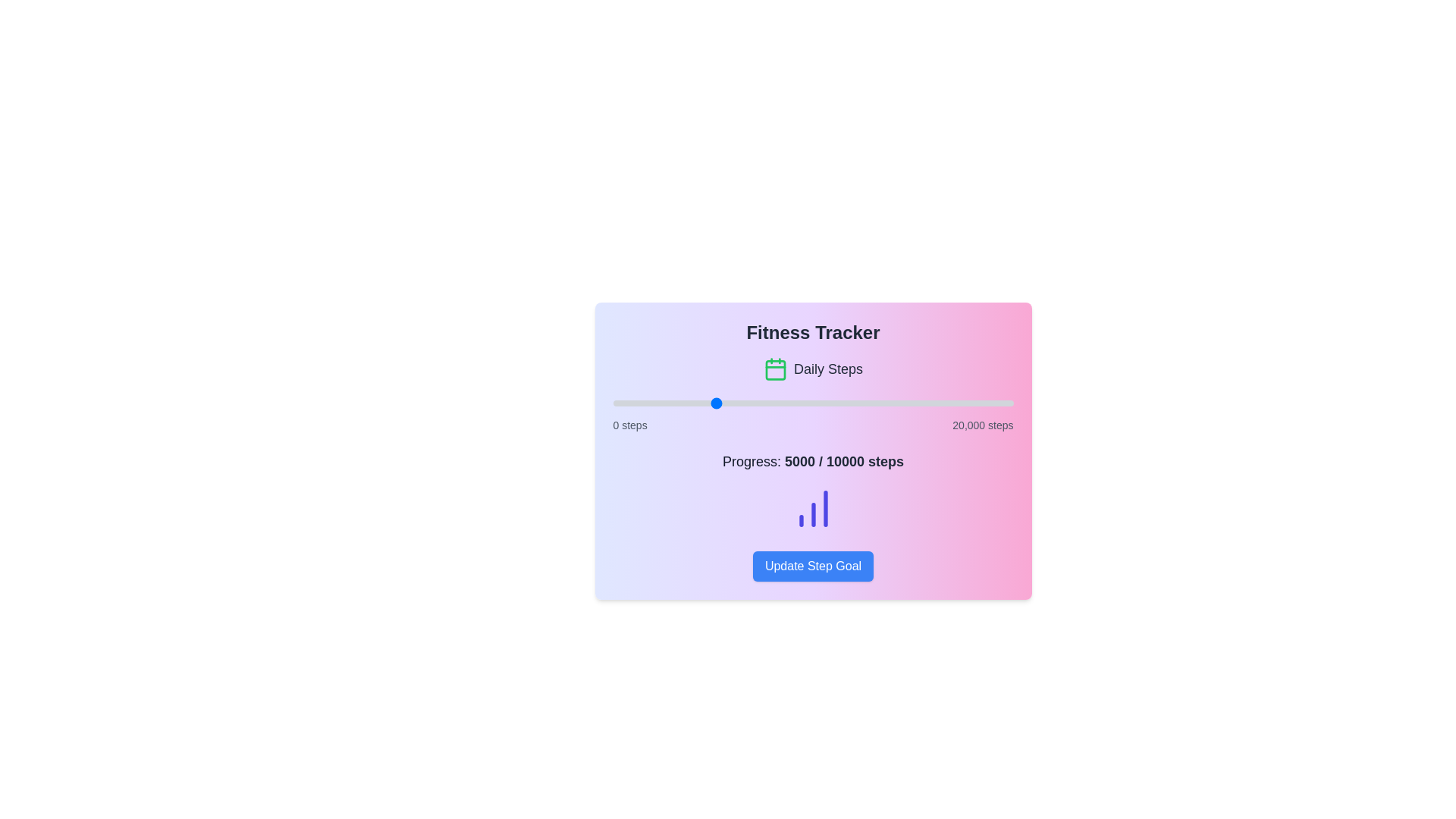  Describe the element at coordinates (803, 403) in the screenshot. I see `the step progress slider to set the step count to 9527` at that location.